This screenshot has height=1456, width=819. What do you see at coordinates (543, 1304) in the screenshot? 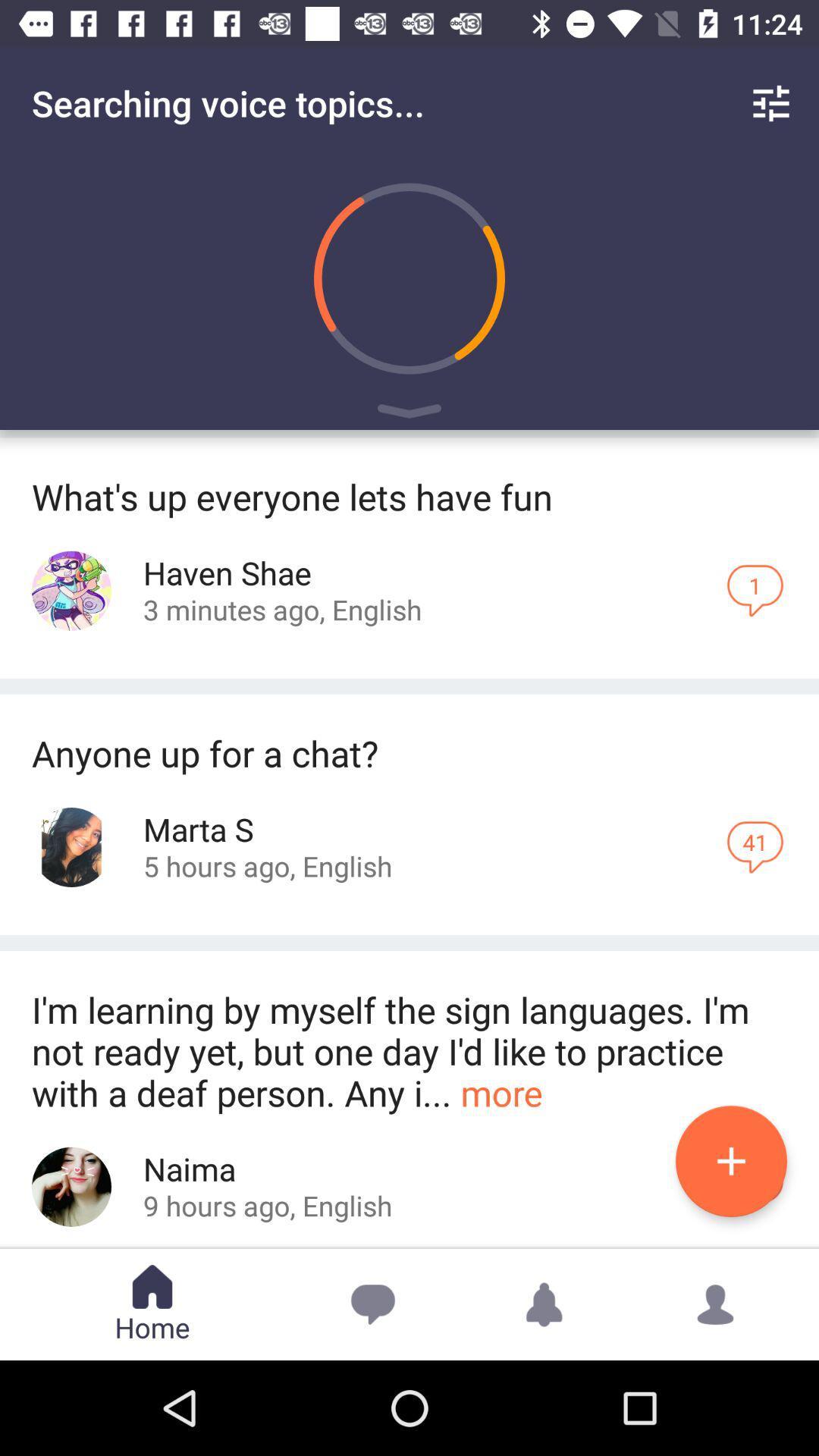
I see `the notification icon` at bounding box center [543, 1304].